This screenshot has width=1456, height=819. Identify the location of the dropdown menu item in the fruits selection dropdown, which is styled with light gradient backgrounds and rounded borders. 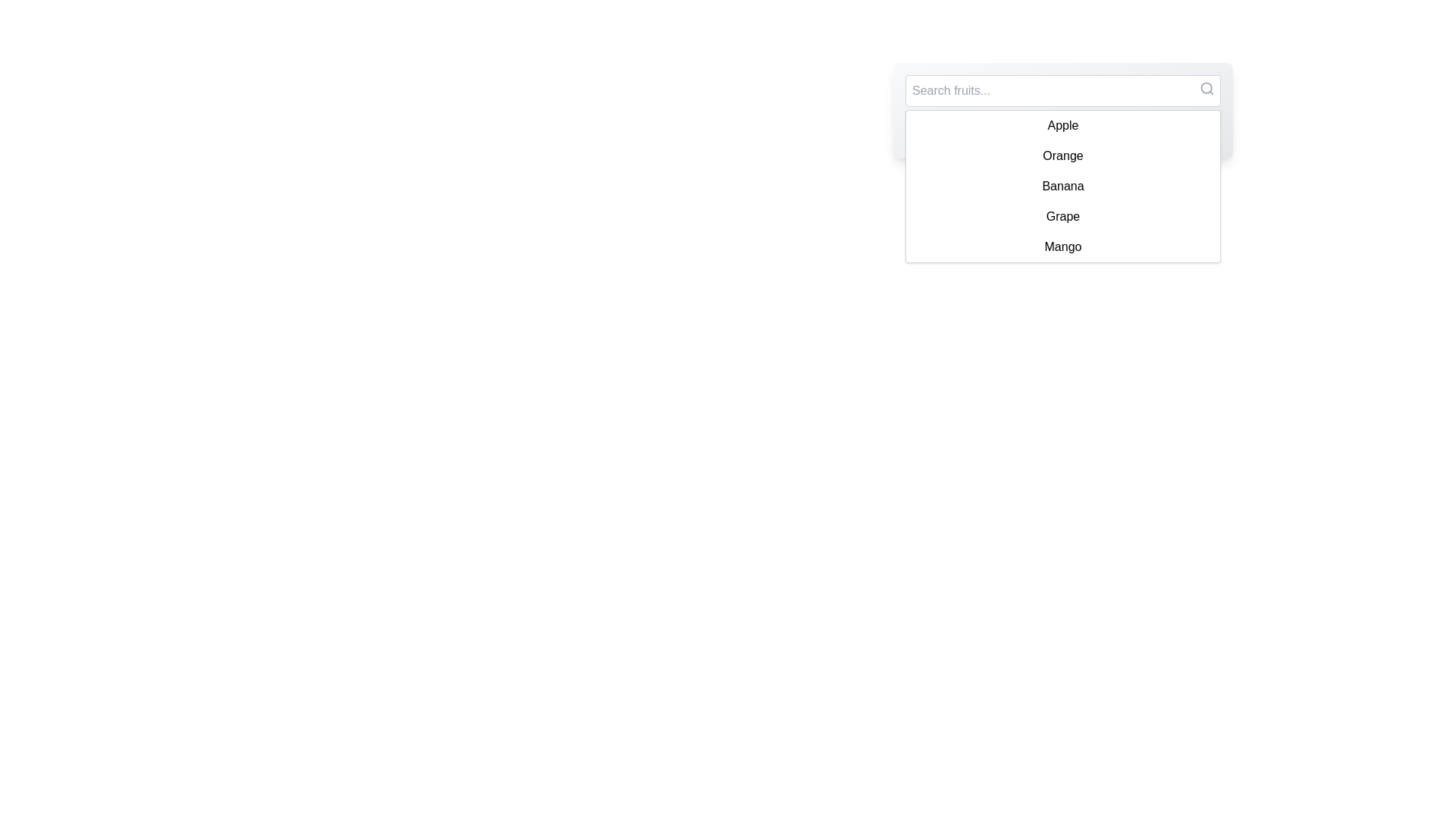
(1062, 110).